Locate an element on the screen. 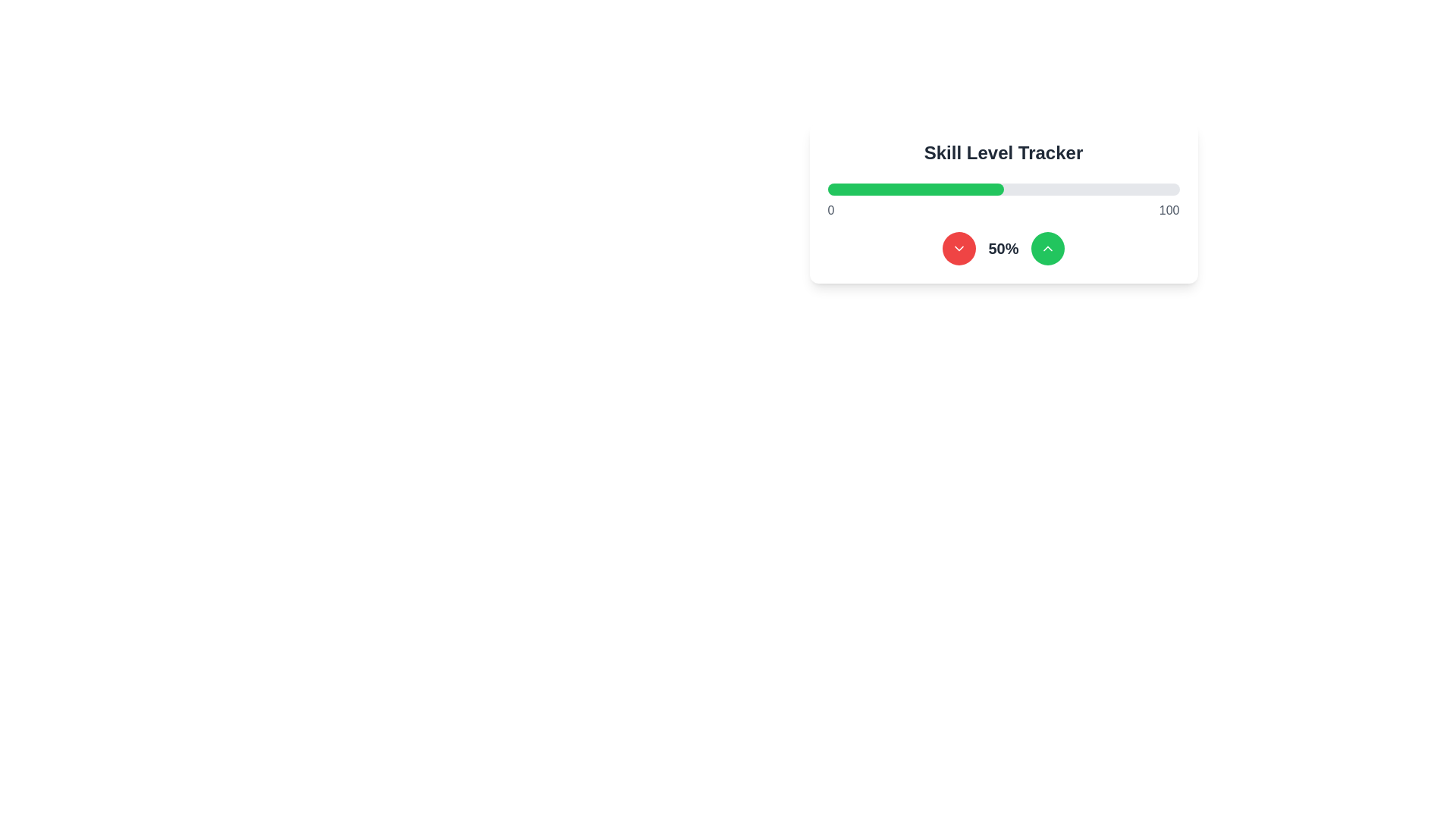 Image resolution: width=1456 pixels, height=819 pixels. the increment button located immediately to the right of the text element displaying '50%', which is the second button in the horizontal row after a red circular button is located at coordinates (1046, 247).